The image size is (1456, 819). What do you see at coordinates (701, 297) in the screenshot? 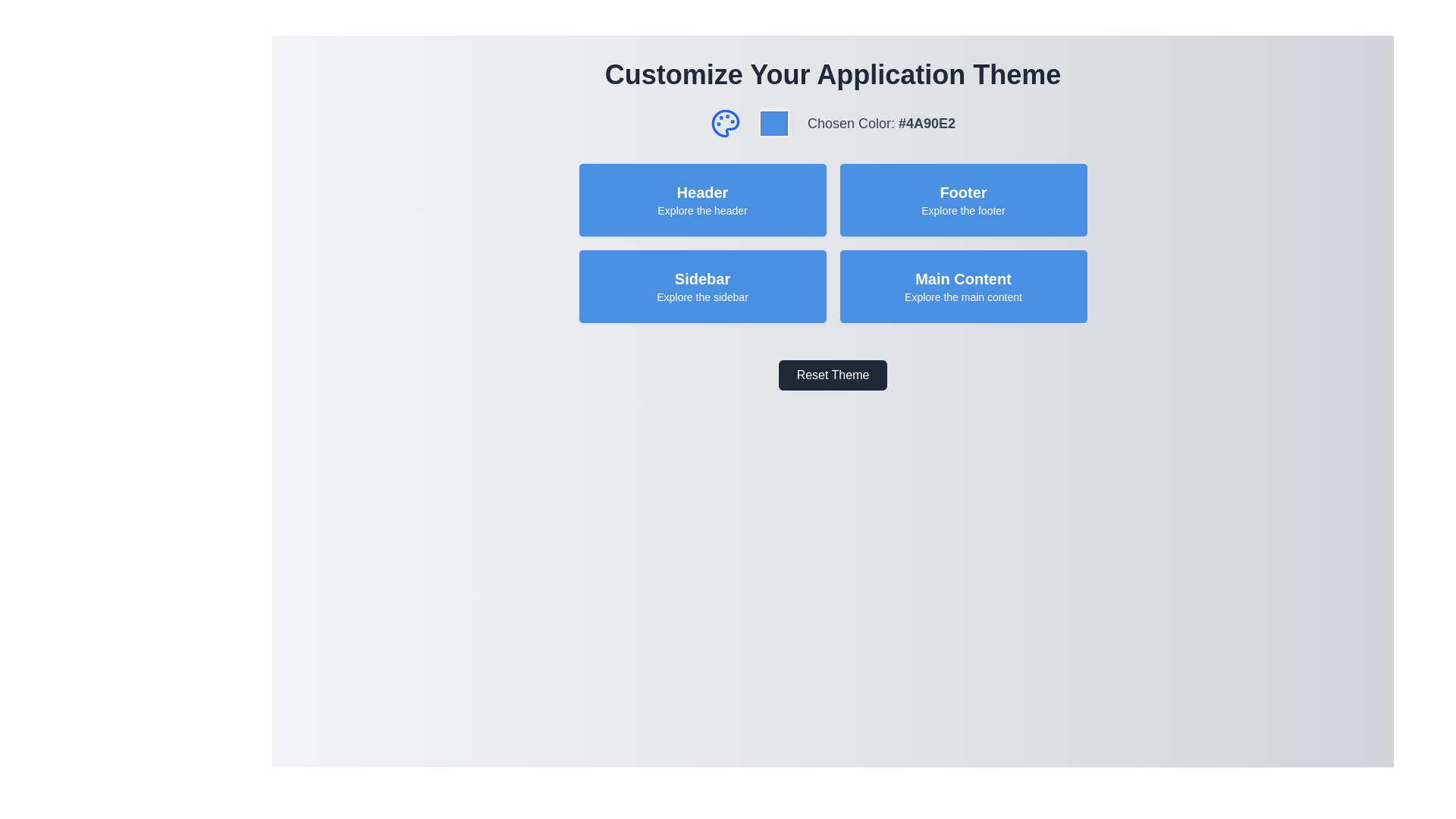
I see `the informational text label that describes the 'Sidebar' button, located centrally at the lower half of the blue button labeled 'Sidebar'` at bounding box center [701, 297].